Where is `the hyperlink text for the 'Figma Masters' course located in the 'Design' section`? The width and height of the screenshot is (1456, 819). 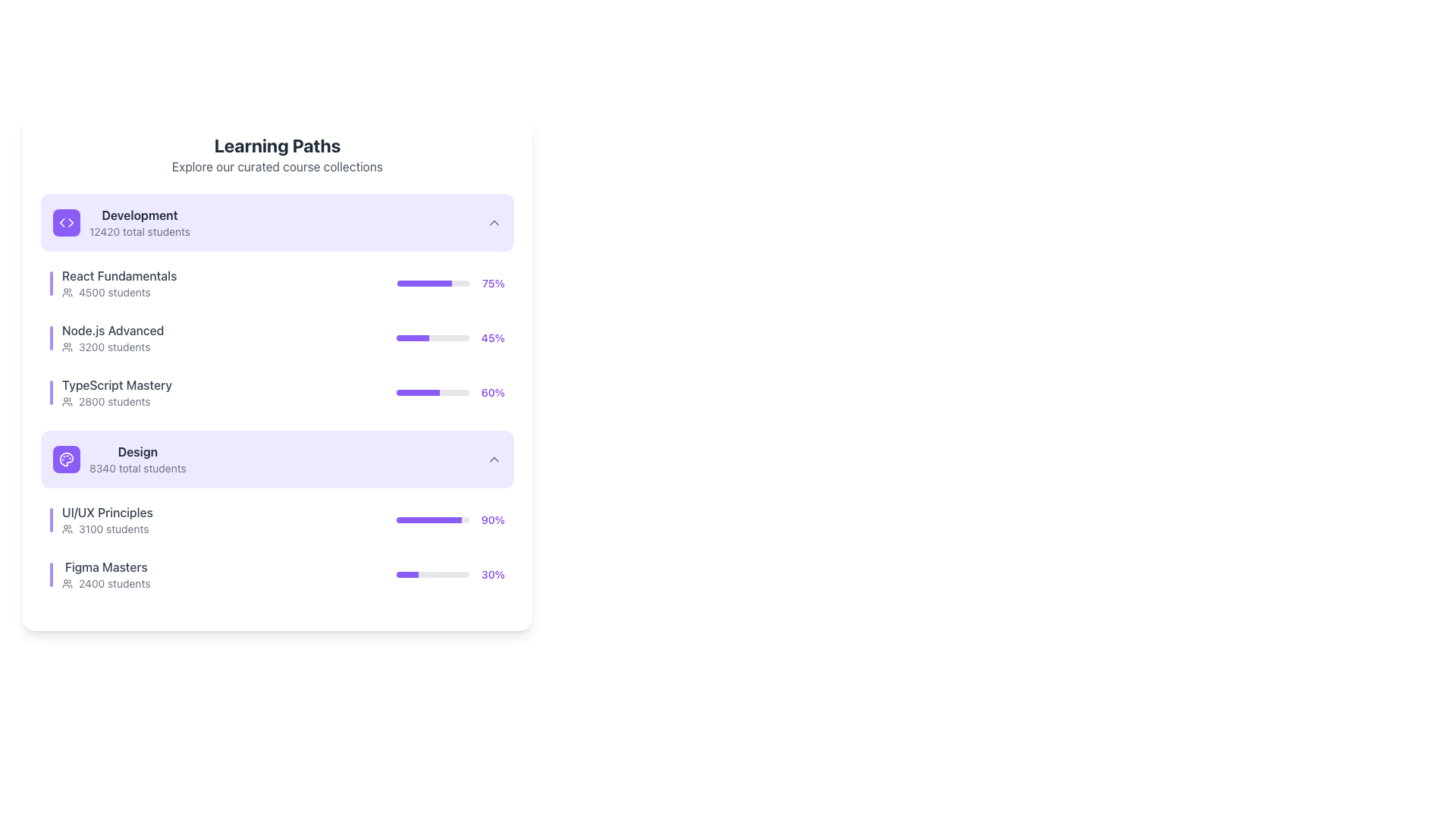 the hyperlink text for the 'Figma Masters' course located in the 'Design' section is located at coordinates (105, 567).